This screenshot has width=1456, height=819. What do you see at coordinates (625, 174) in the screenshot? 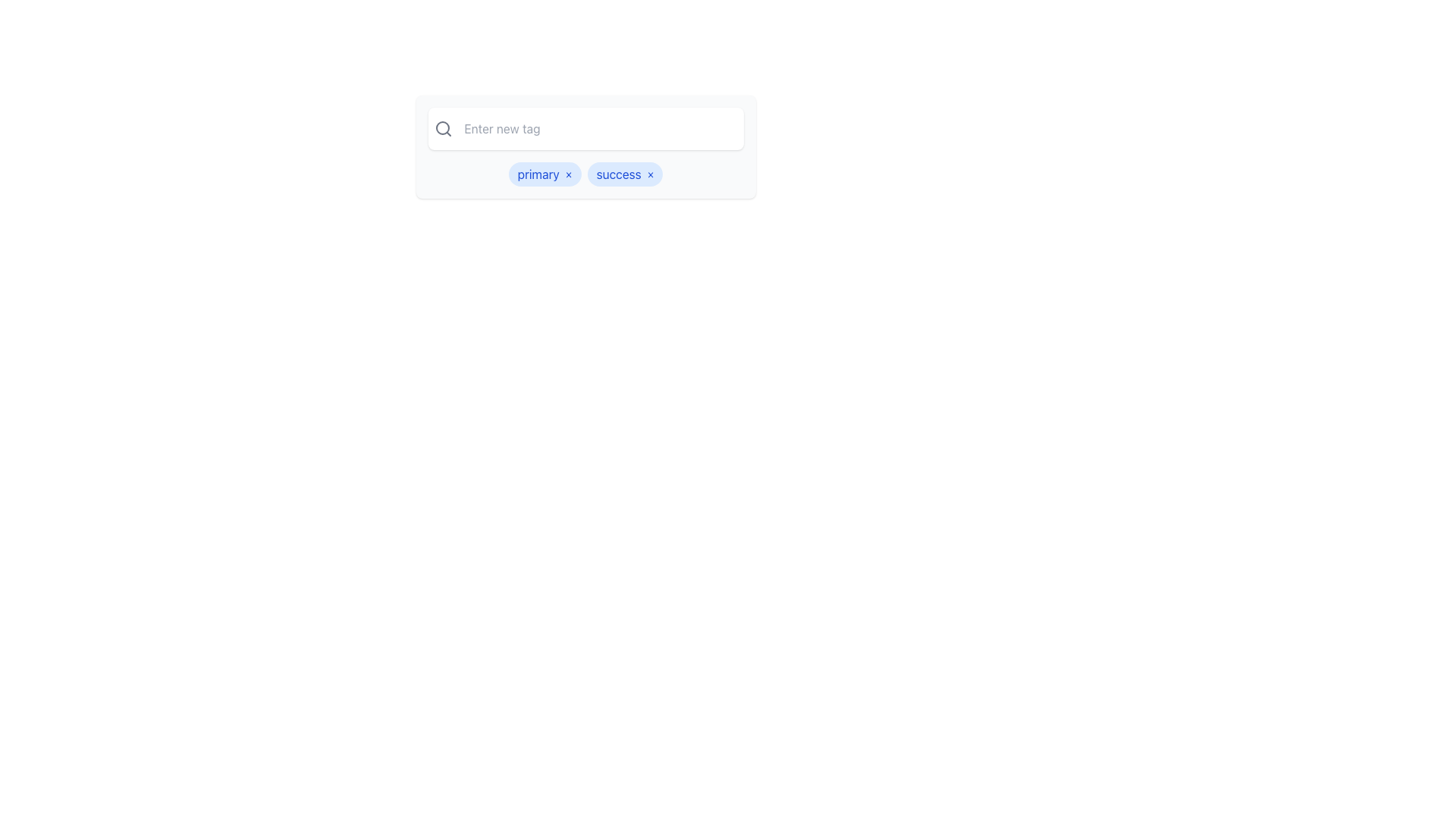
I see `the interactive tag with the label 'success' and dismiss button, which is a pill-shaped button with a light blue background located immediately to the right of the 'primary ×' component` at bounding box center [625, 174].